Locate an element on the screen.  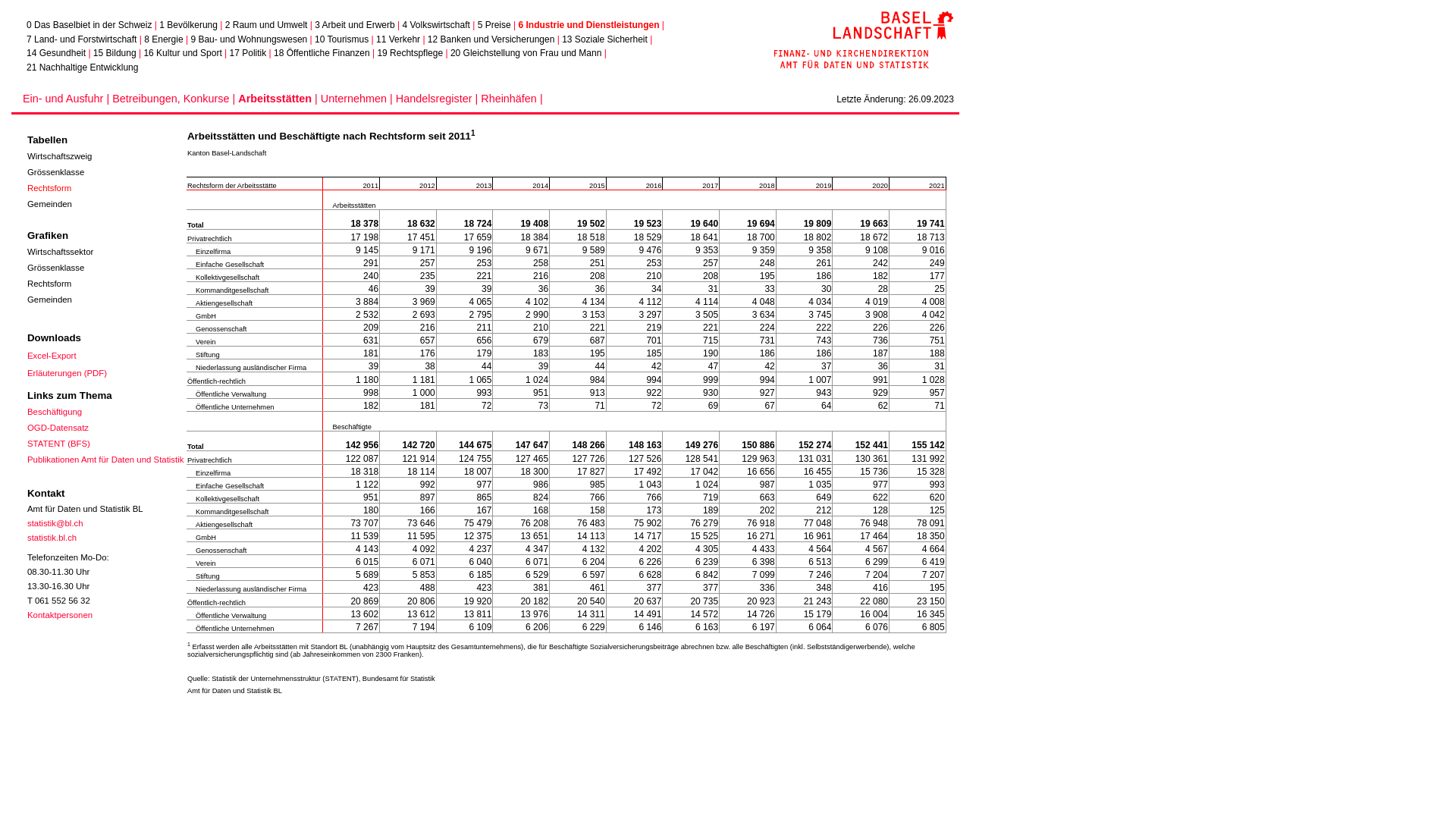
'10 Tourismus' is located at coordinates (340, 38).